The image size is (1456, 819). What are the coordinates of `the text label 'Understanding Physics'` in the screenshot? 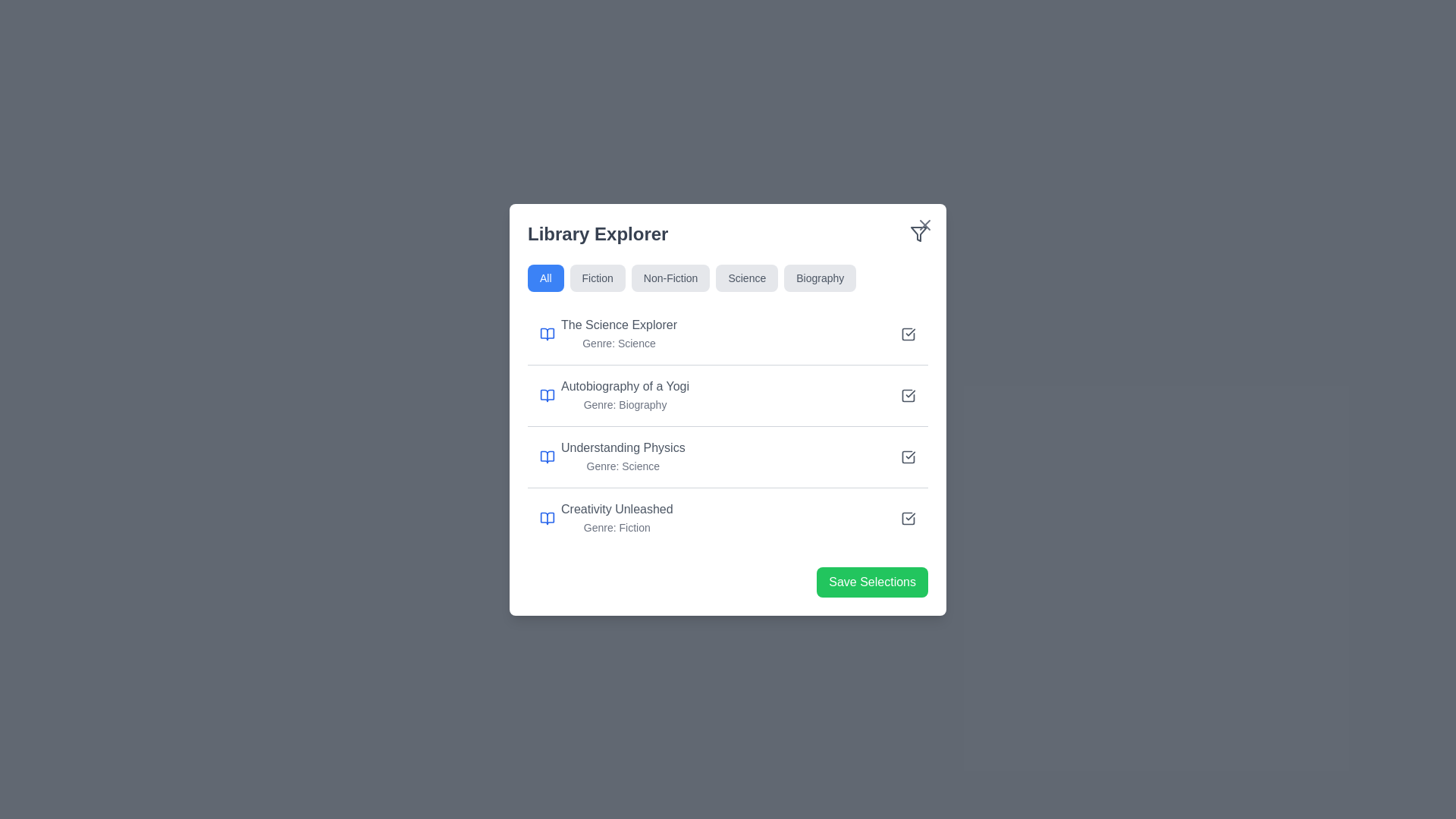 It's located at (612, 456).